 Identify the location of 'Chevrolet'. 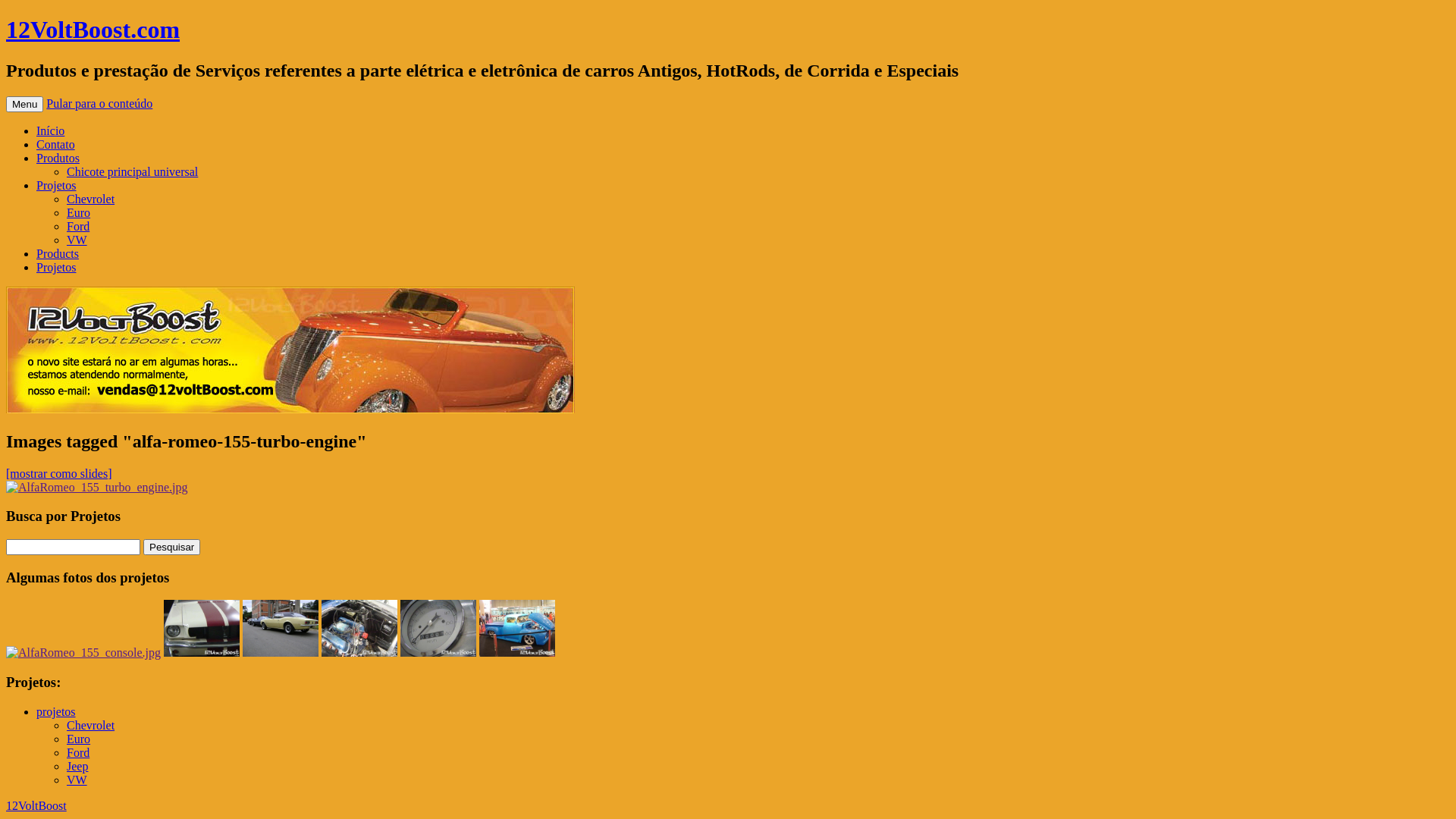
(89, 724).